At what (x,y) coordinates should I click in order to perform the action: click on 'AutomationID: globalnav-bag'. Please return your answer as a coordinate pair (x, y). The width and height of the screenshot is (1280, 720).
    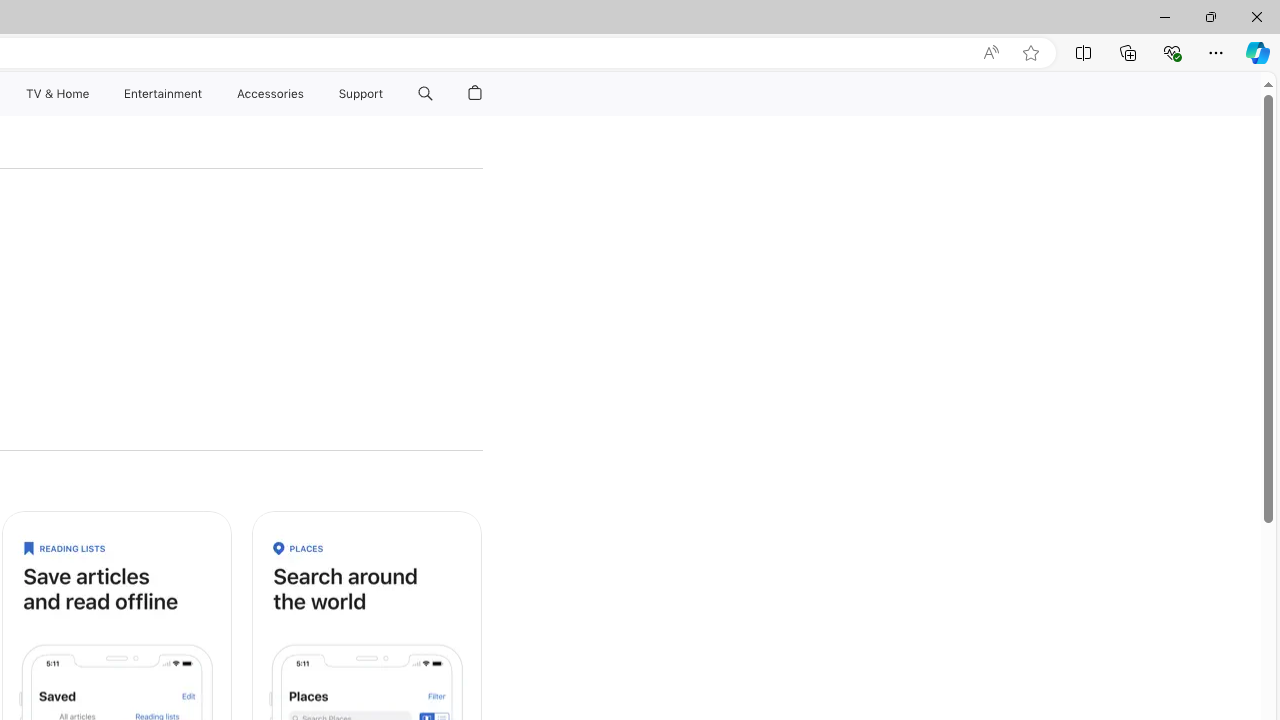
    Looking at the image, I should click on (474, 93).